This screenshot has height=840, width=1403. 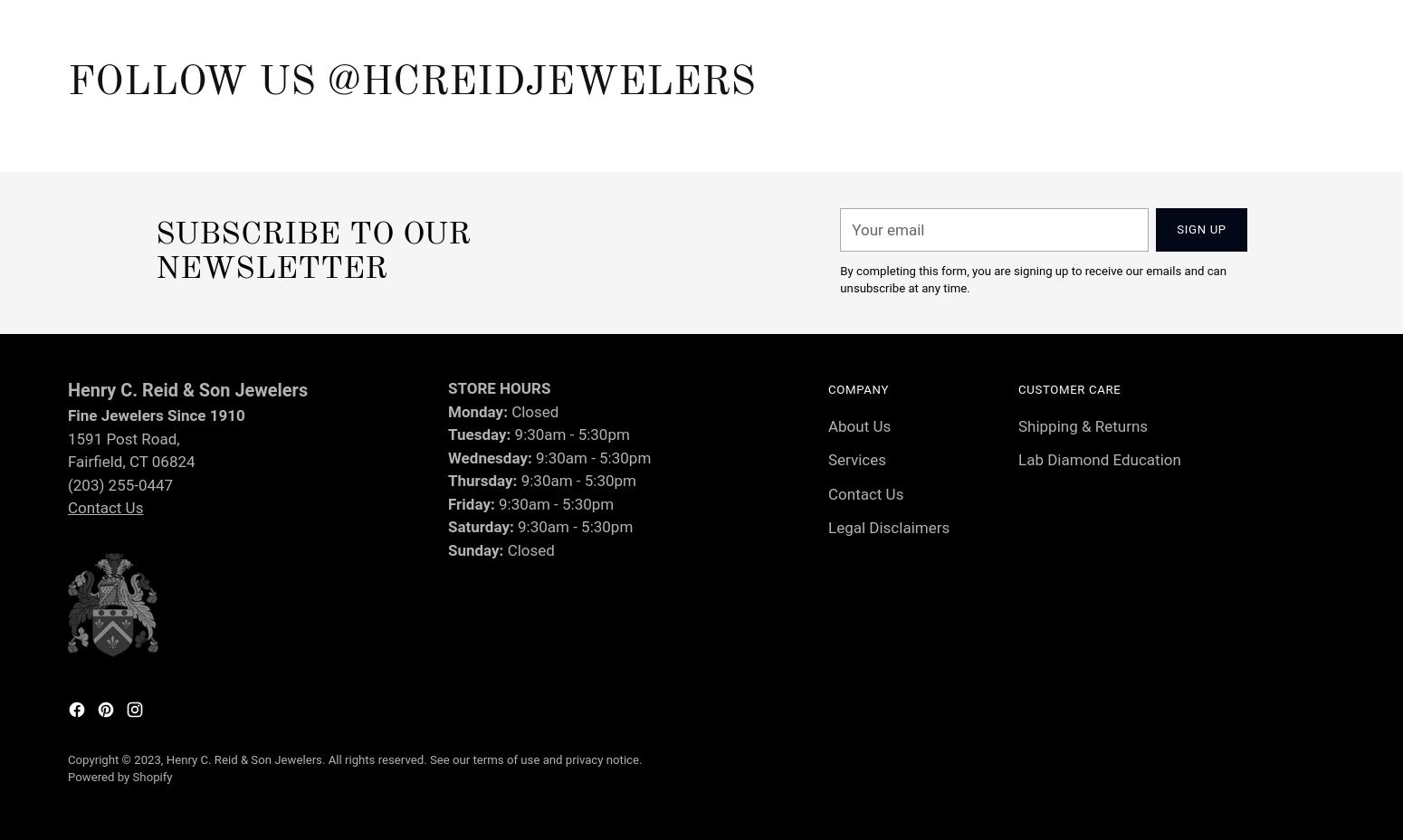 I want to click on '1591 Post Road,', so click(x=122, y=437).